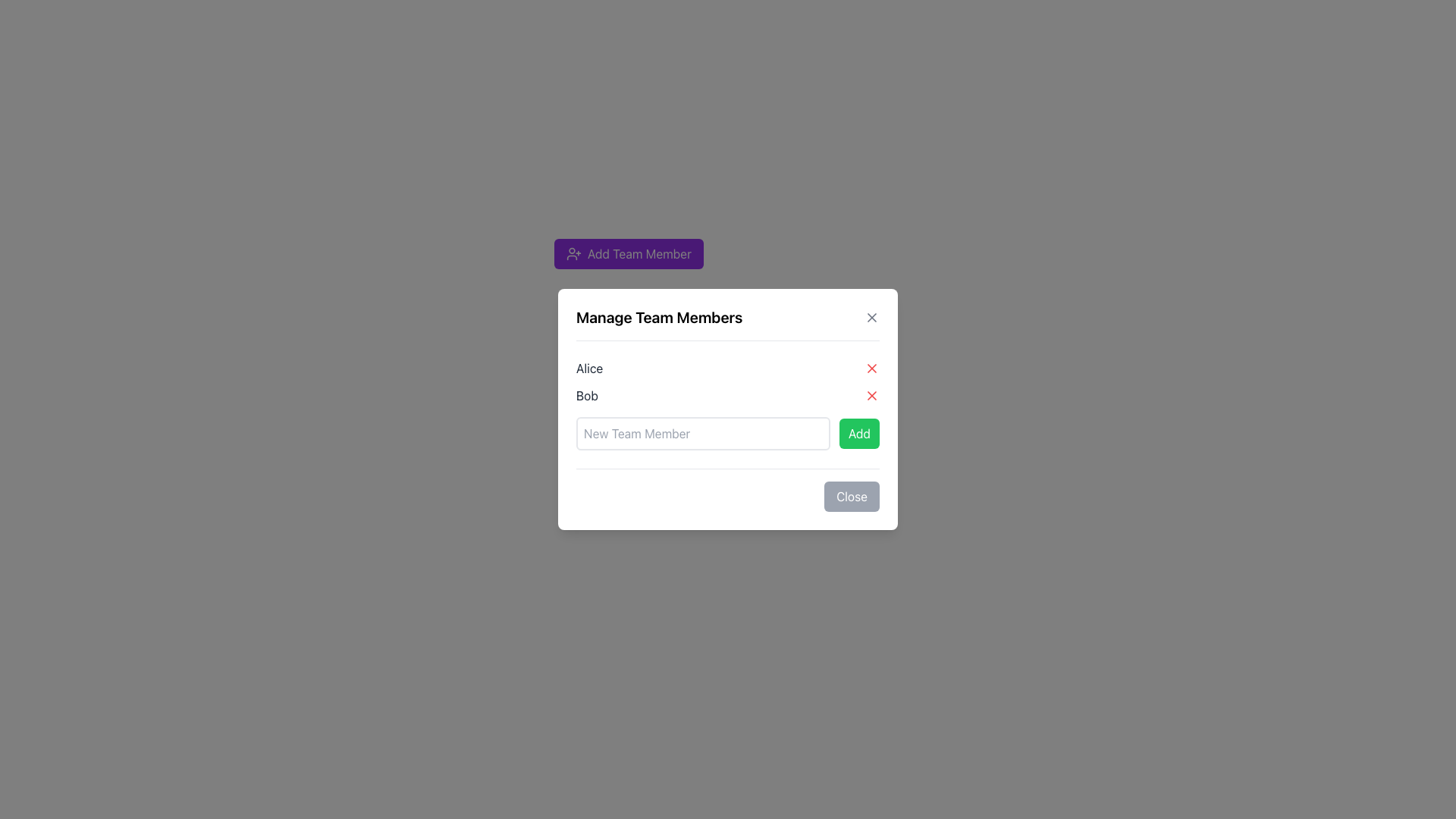 This screenshot has height=819, width=1456. Describe the element at coordinates (586, 394) in the screenshot. I see `the text label displaying the name 'Bob' in the 'Manage Team Members' modal dialog box` at that location.